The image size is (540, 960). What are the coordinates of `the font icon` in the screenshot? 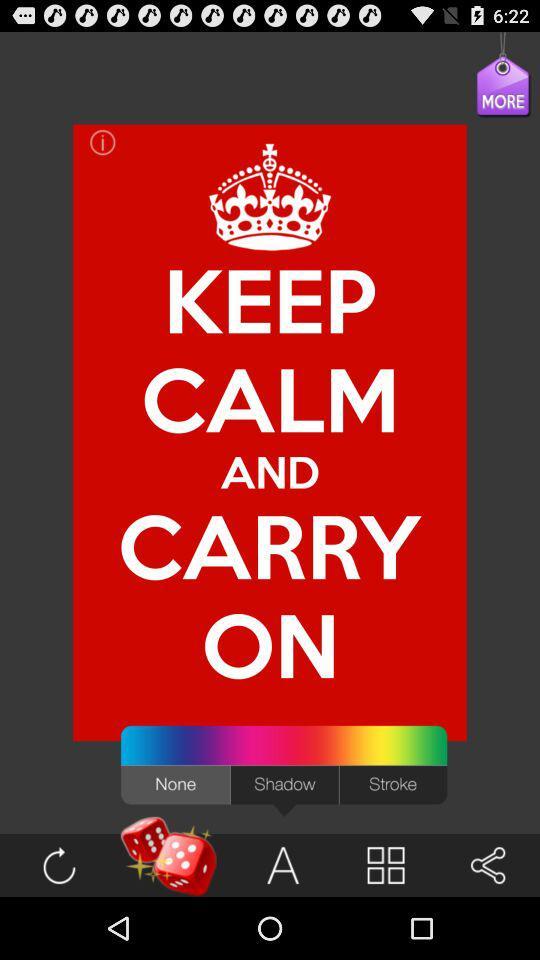 It's located at (282, 926).